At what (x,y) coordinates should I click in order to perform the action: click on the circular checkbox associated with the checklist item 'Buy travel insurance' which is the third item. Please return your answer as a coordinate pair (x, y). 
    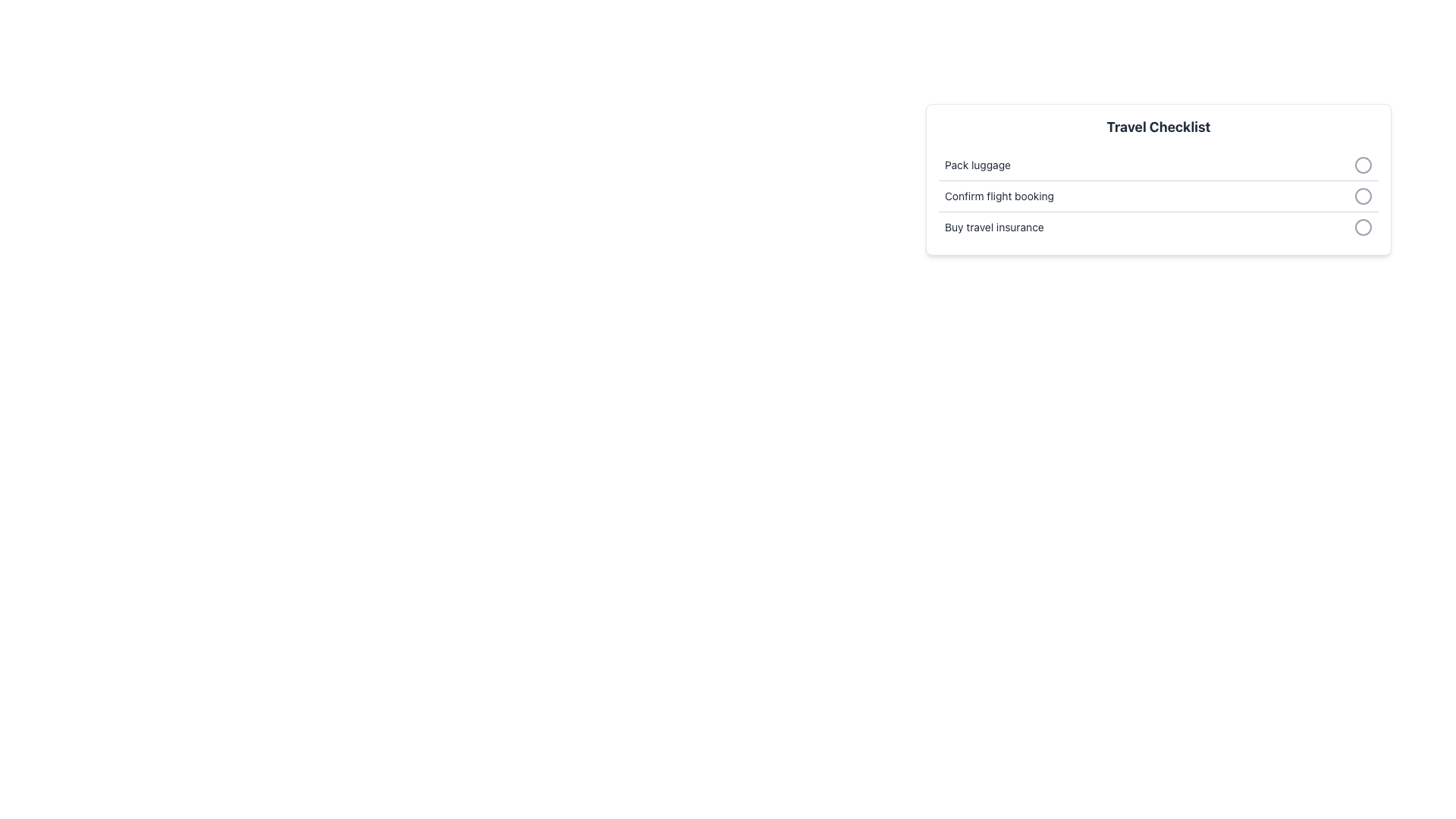
    Looking at the image, I should click on (1157, 227).